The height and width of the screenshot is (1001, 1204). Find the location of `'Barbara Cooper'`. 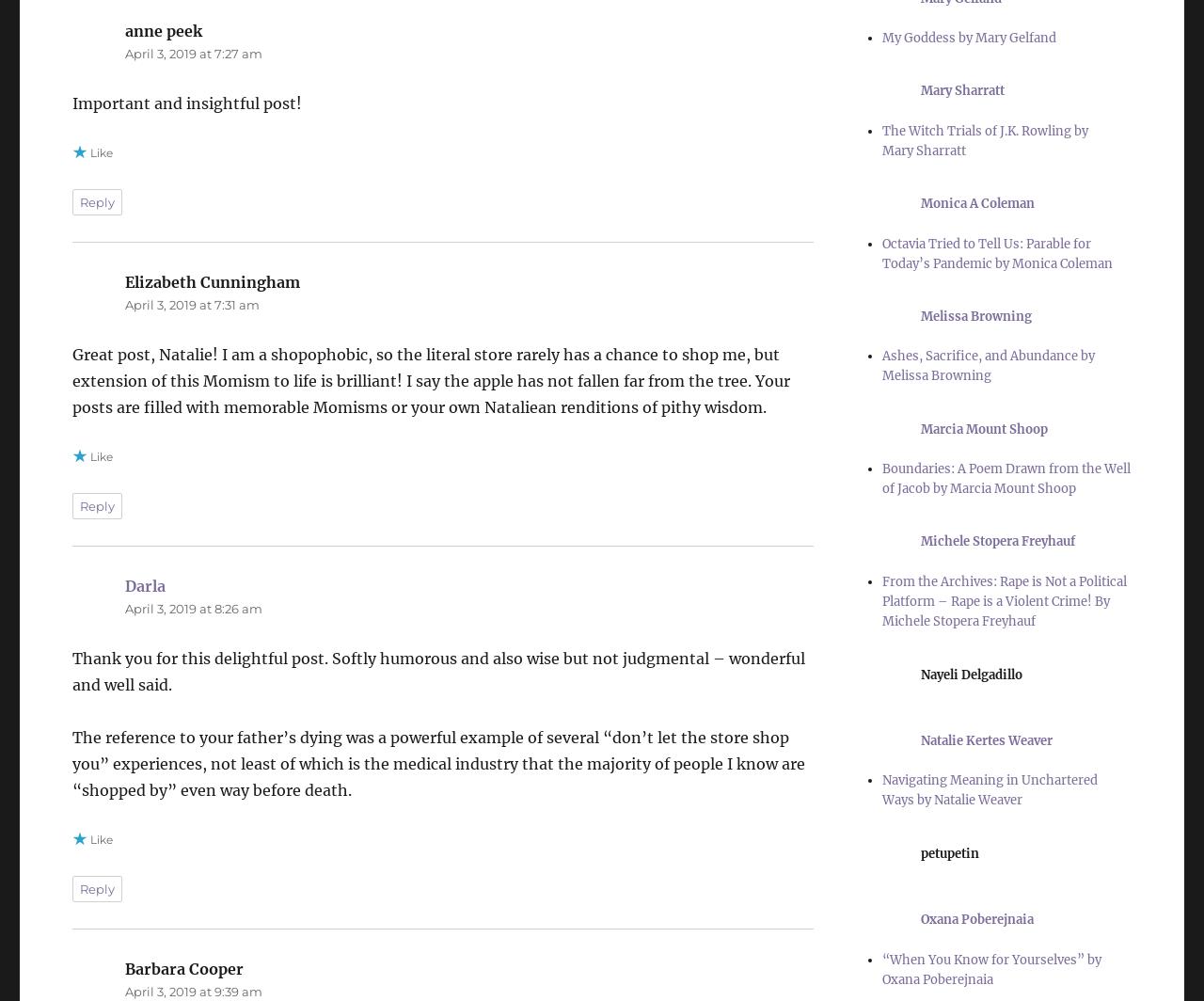

'Barbara Cooper' is located at coordinates (123, 967).